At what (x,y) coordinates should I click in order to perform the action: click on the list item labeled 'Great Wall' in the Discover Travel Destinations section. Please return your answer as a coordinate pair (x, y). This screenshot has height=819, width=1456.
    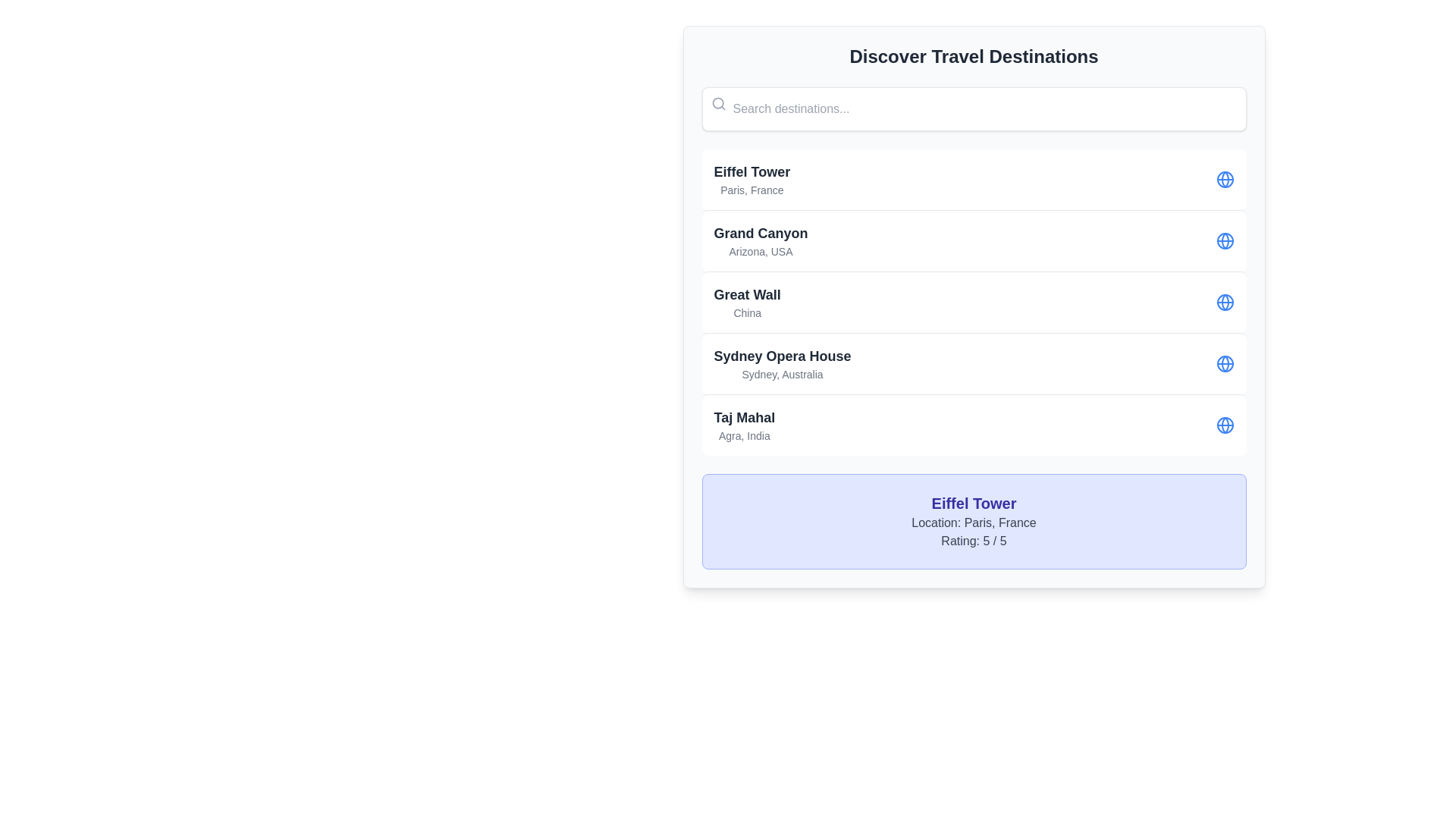
    Looking at the image, I should click on (974, 302).